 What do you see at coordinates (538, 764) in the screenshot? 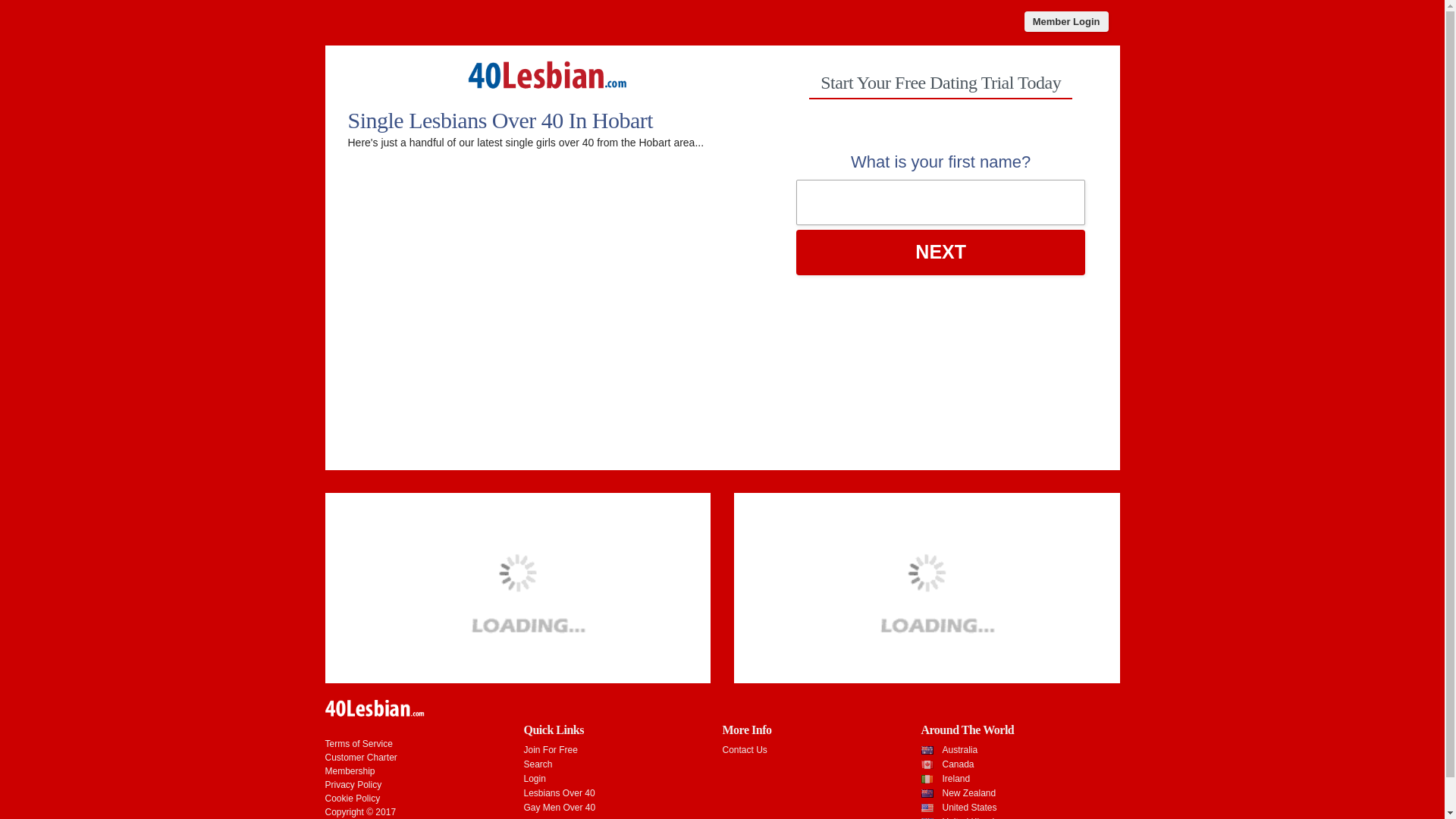
I see `'Search'` at bounding box center [538, 764].